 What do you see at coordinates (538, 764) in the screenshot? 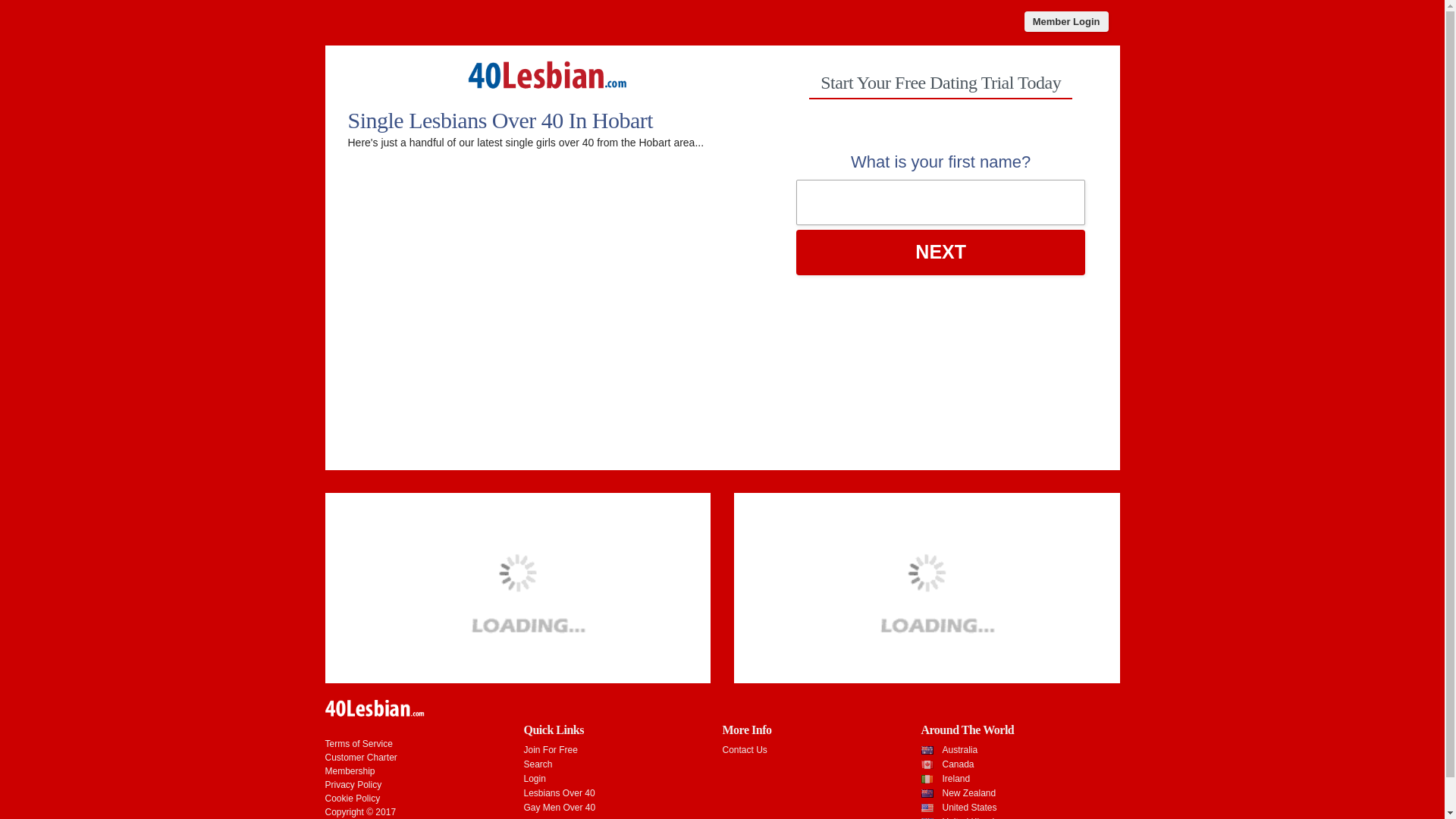
I see `'Search'` at bounding box center [538, 764].